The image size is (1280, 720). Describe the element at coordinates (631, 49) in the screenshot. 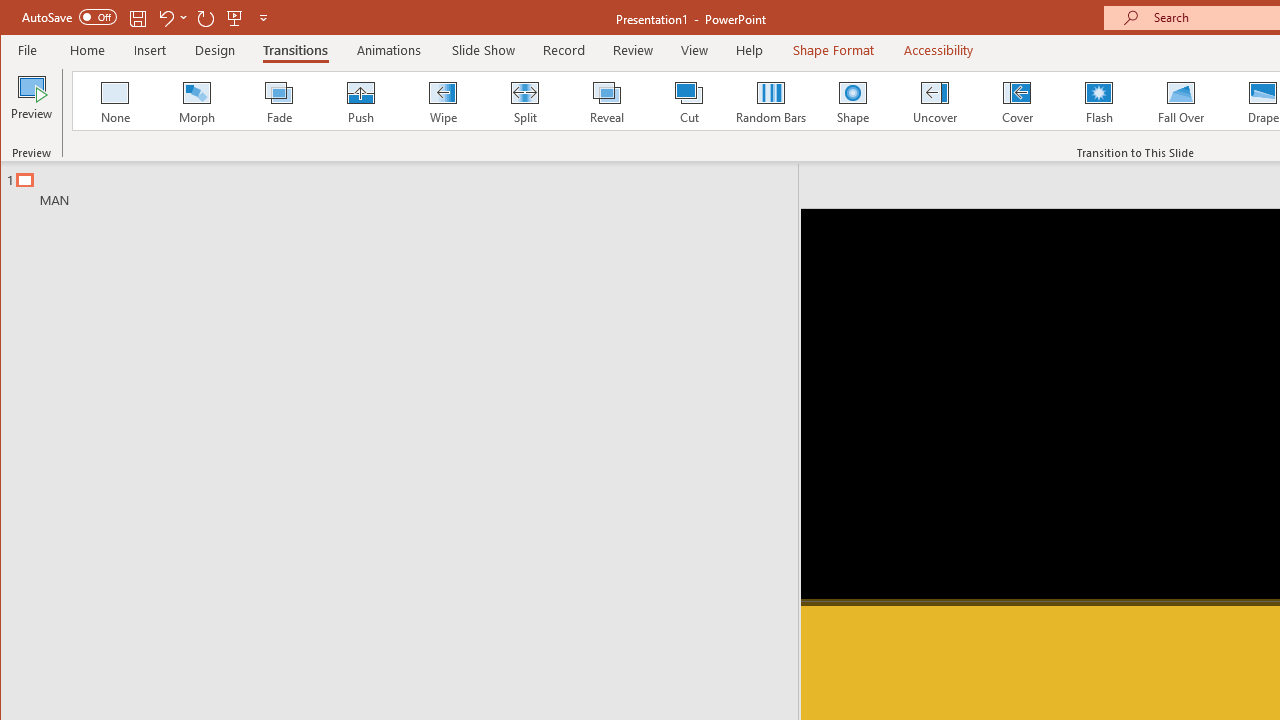

I see `'Review'` at that location.